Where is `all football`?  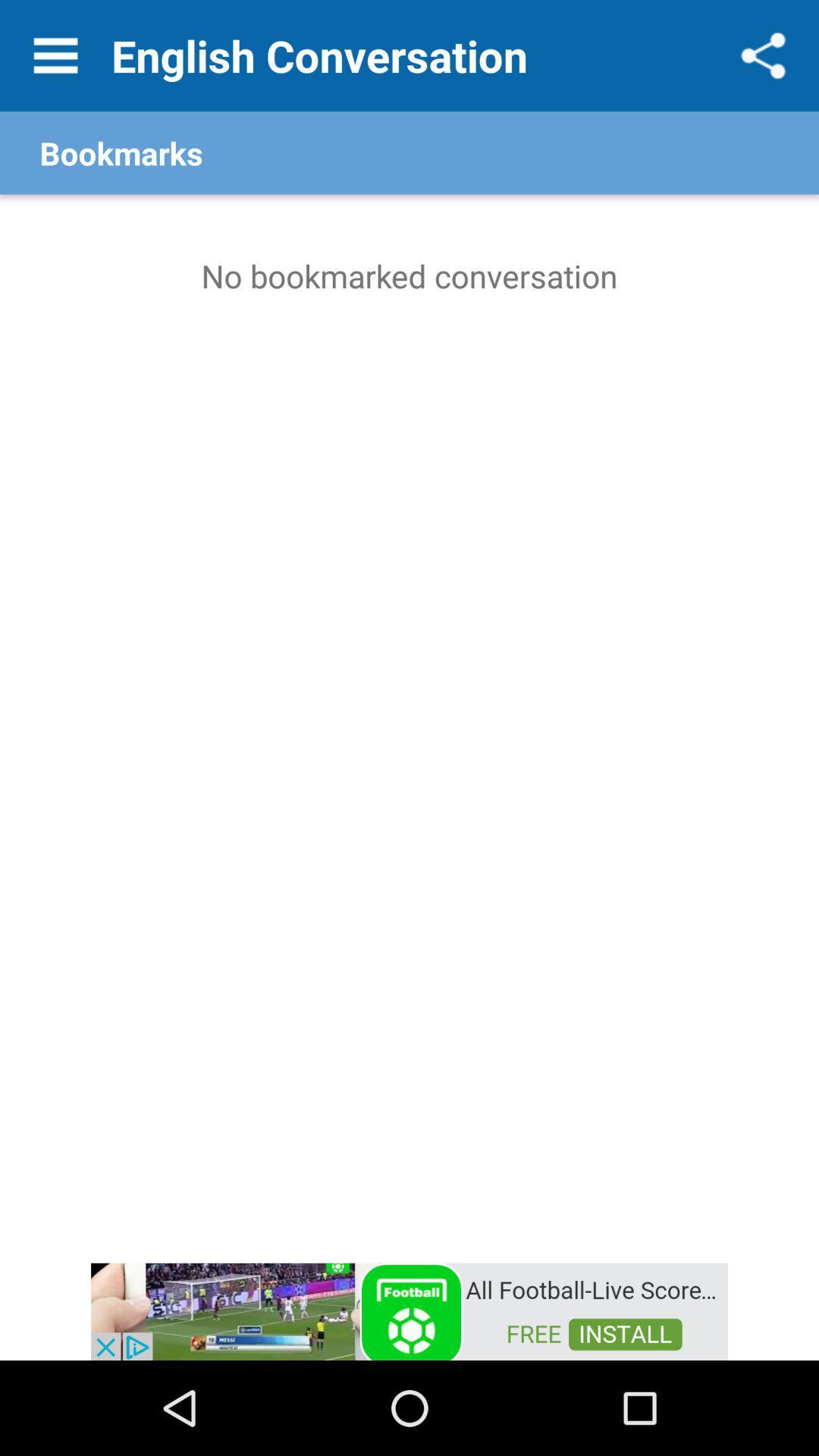 all football is located at coordinates (409, 1310).